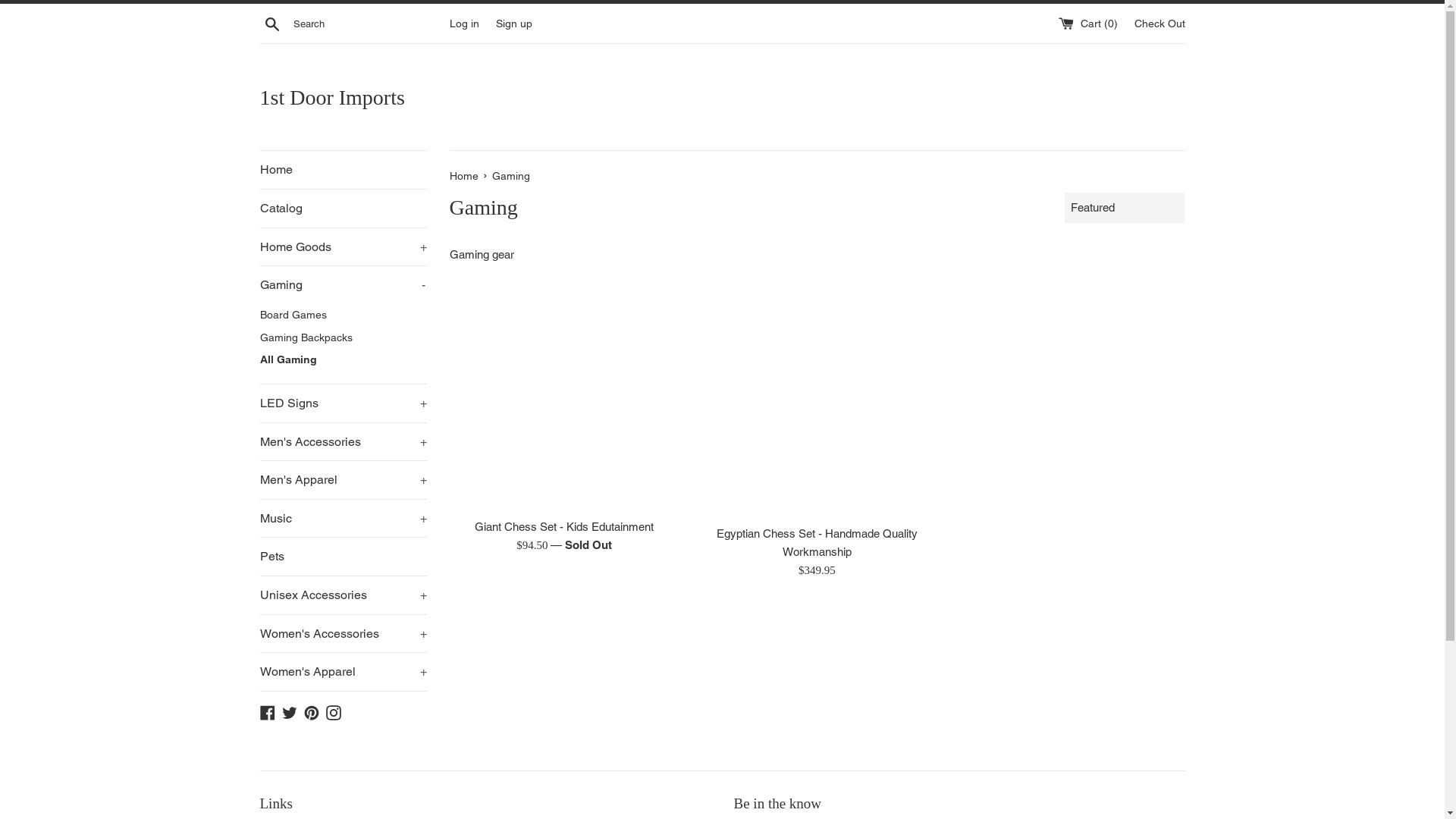 Image resolution: width=1456 pixels, height=819 pixels. Describe the element at coordinates (259, 517) in the screenshot. I see `'Music` at that location.